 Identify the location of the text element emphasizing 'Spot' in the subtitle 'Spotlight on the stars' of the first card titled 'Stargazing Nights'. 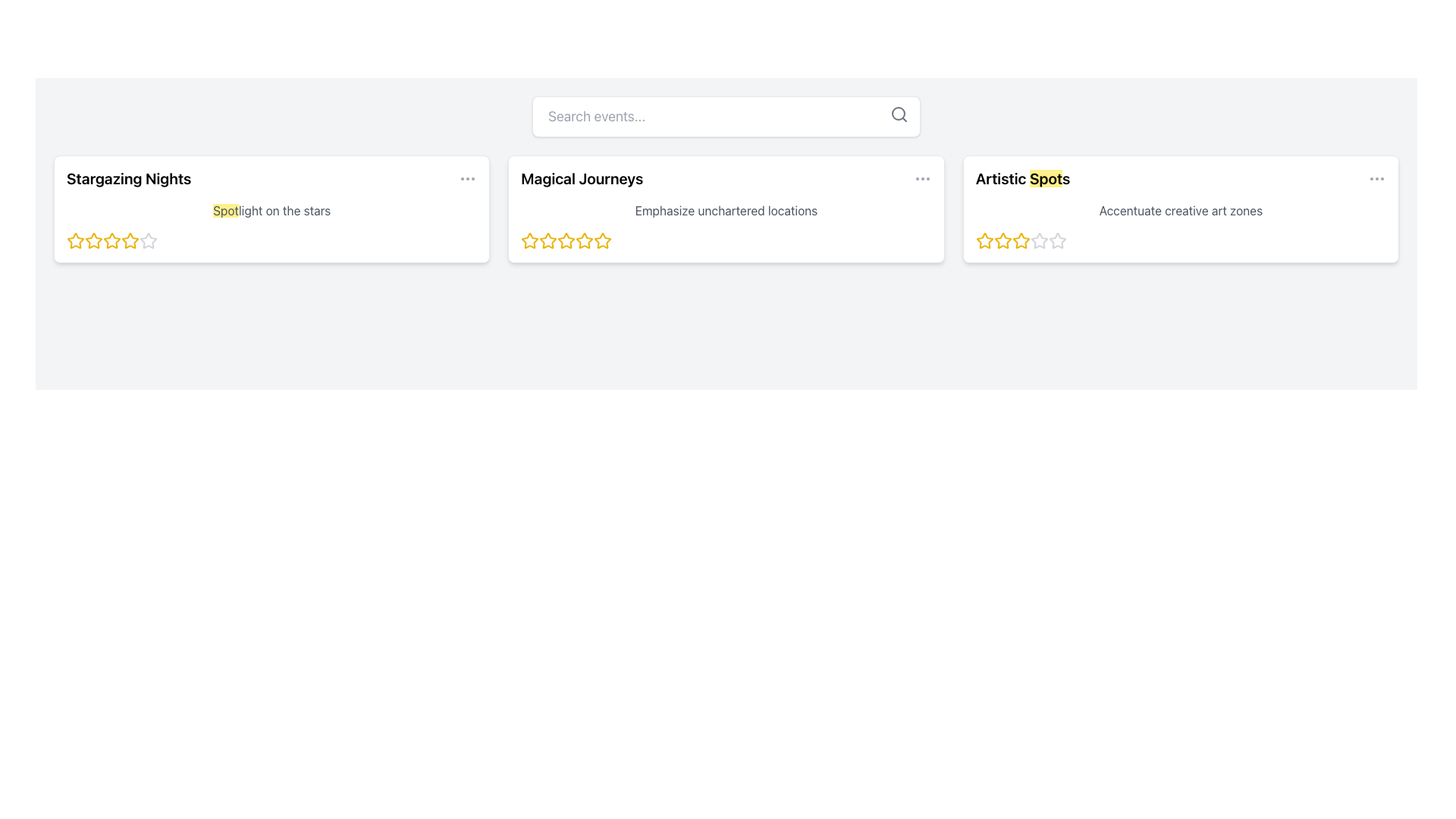
(224, 210).